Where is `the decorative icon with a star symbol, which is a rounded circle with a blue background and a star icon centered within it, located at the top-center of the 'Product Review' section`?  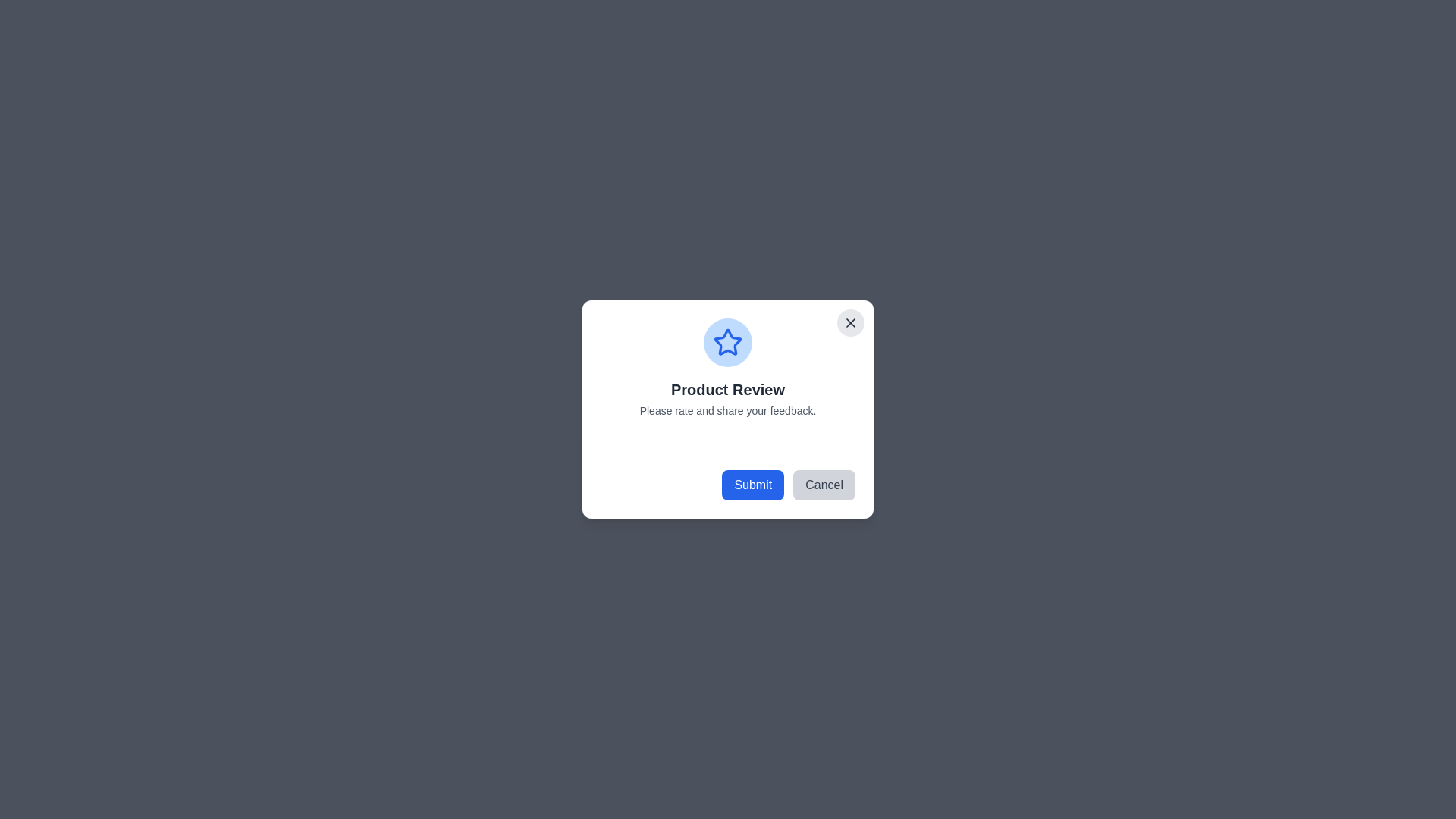
the decorative icon with a star symbol, which is a rounded circle with a blue background and a star icon centered within it, located at the top-center of the 'Product Review' section is located at coordinates (728, 342).